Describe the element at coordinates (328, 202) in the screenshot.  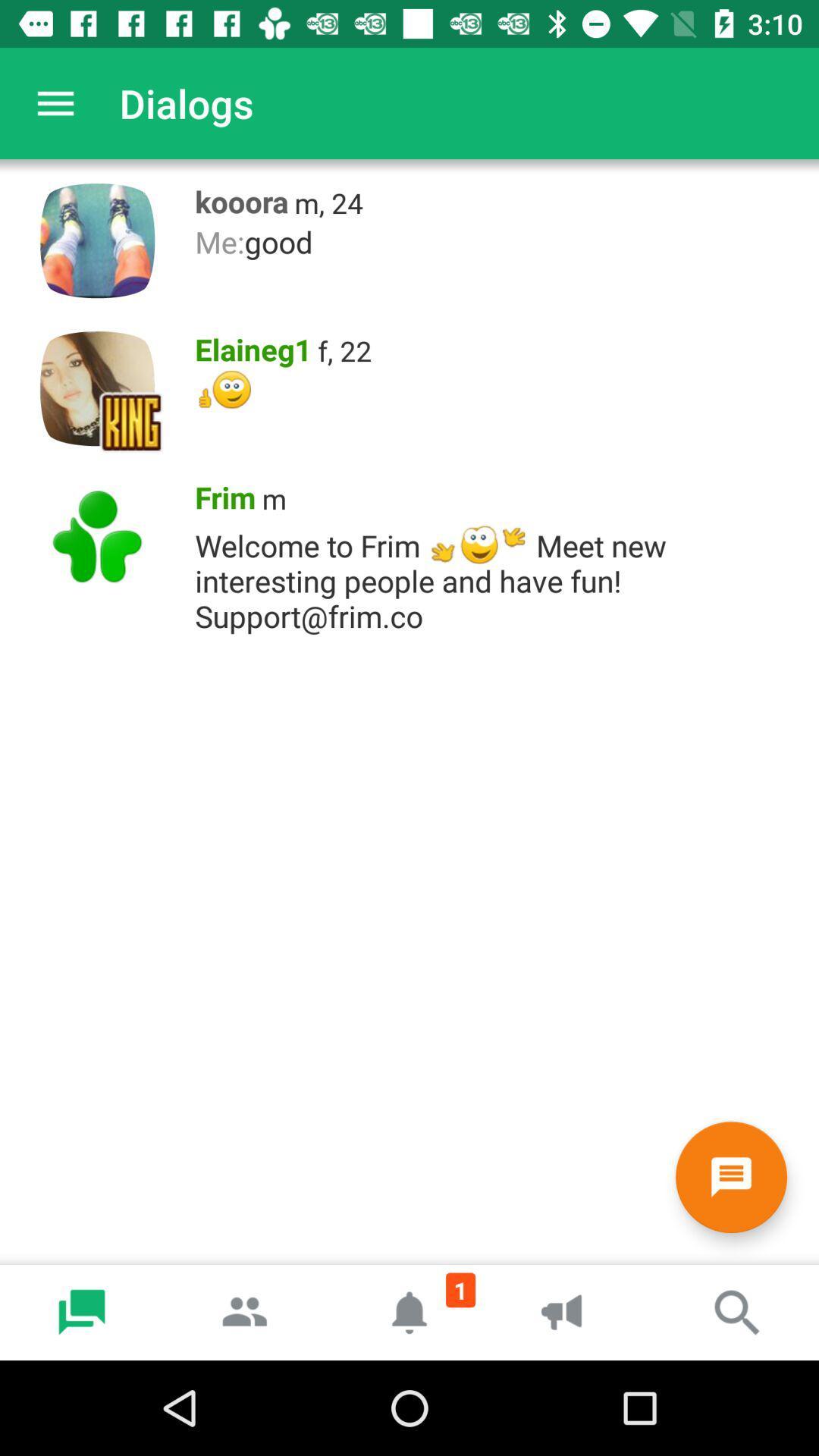
I see `the icon above me:good item` at that location.